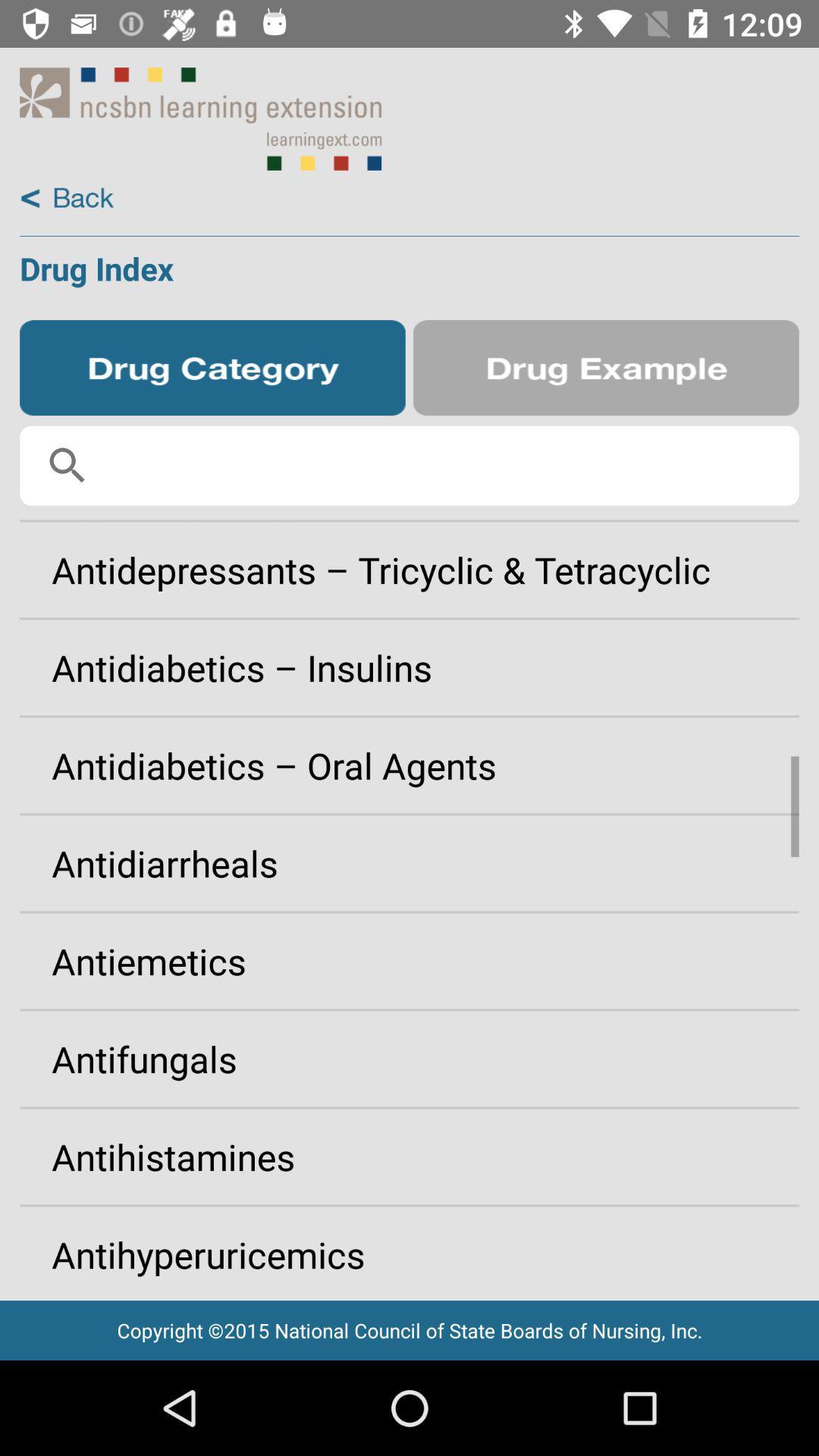 Image resolution: width=819 pixels, height=1456 pixels. What do you see at coordinates (409, 1248) in the screenshot?
I see `the antihyperuricemics app` at bounding box center [409, 1248].